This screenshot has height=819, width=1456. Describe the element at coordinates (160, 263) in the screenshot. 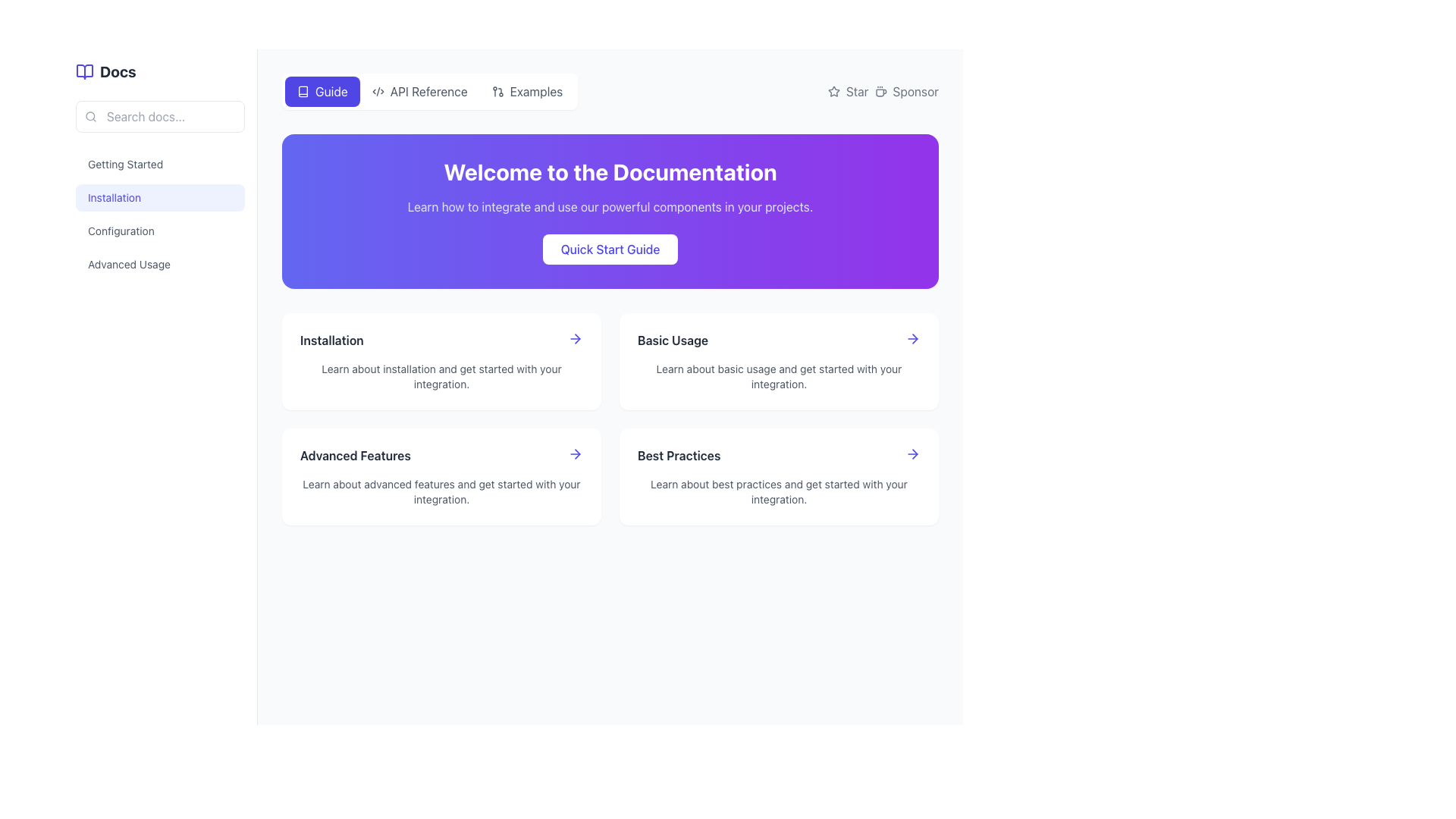

I see `the 'Advanced Usage' button located in the left sidebar, which is the fourth item in a vertically stacked list beneath 'Configuration'` at that location.